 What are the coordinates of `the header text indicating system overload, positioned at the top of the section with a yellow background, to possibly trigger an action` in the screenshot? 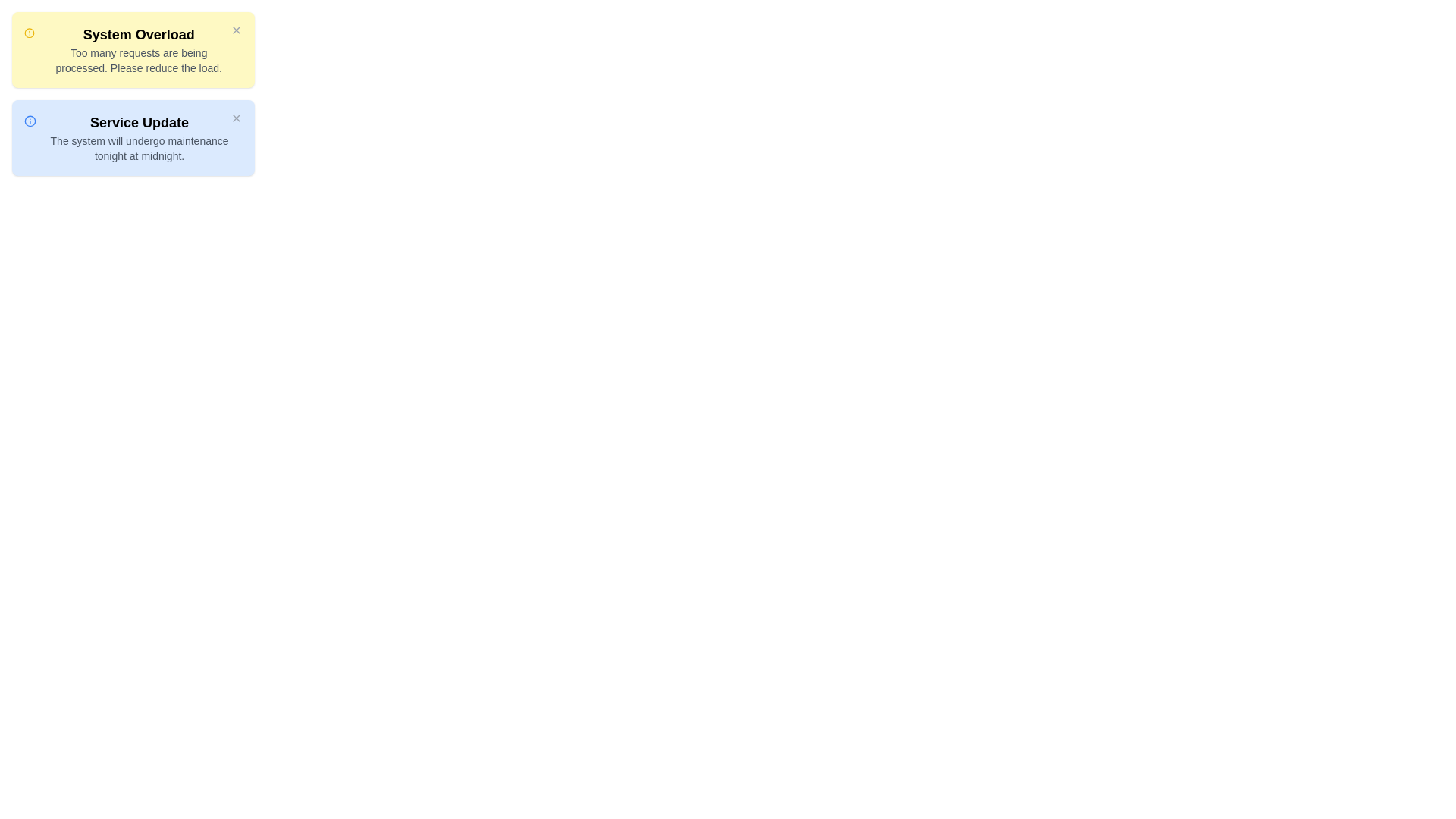 It's located at (139, 34).